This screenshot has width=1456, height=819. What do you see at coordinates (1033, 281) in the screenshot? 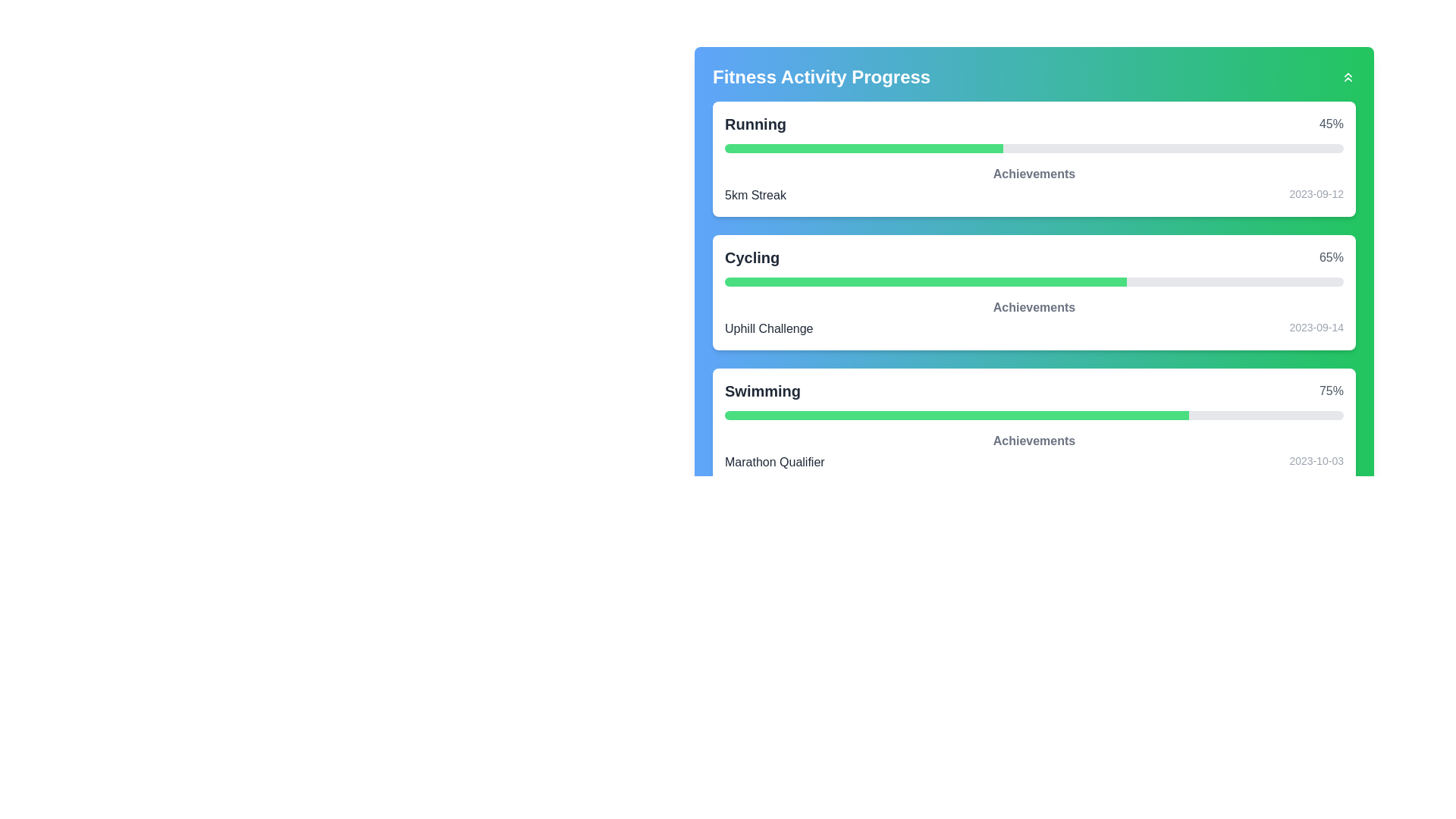
I see `the horizontal progress bar in the 'Cycling' section, which has a rounded appearance and indicates 65% progress` at bounding box center [1033, 281].